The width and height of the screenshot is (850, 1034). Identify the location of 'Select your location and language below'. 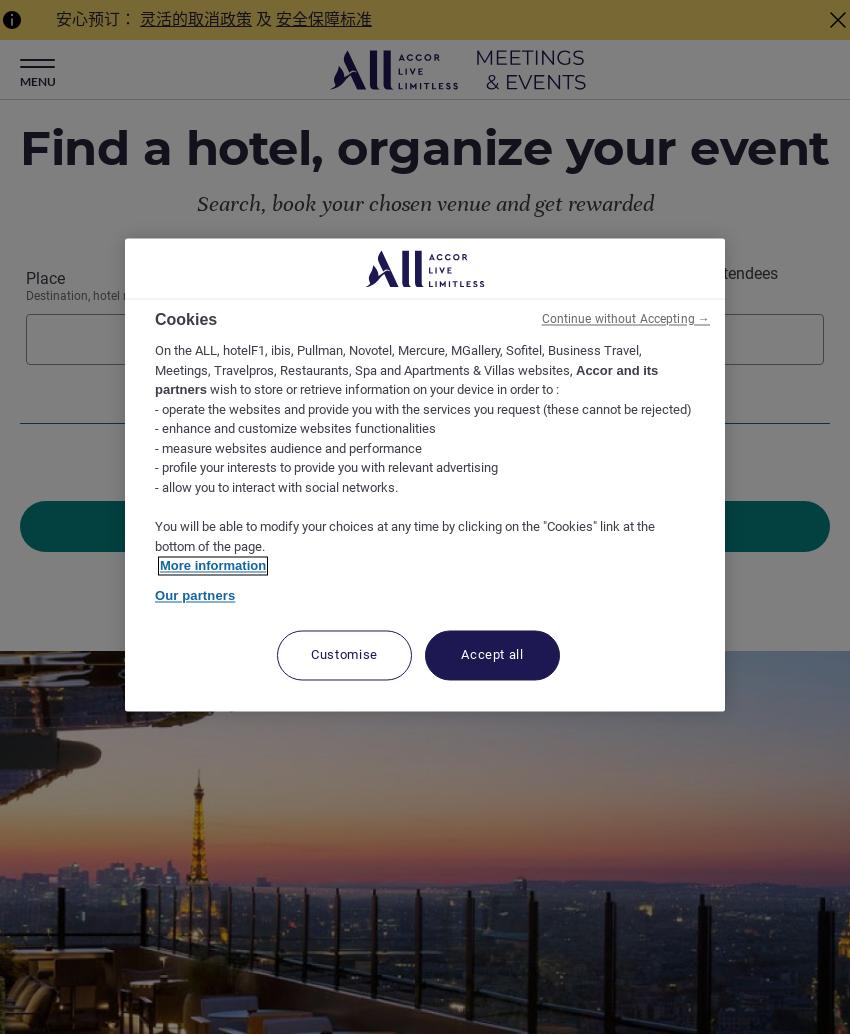
(264, 860).